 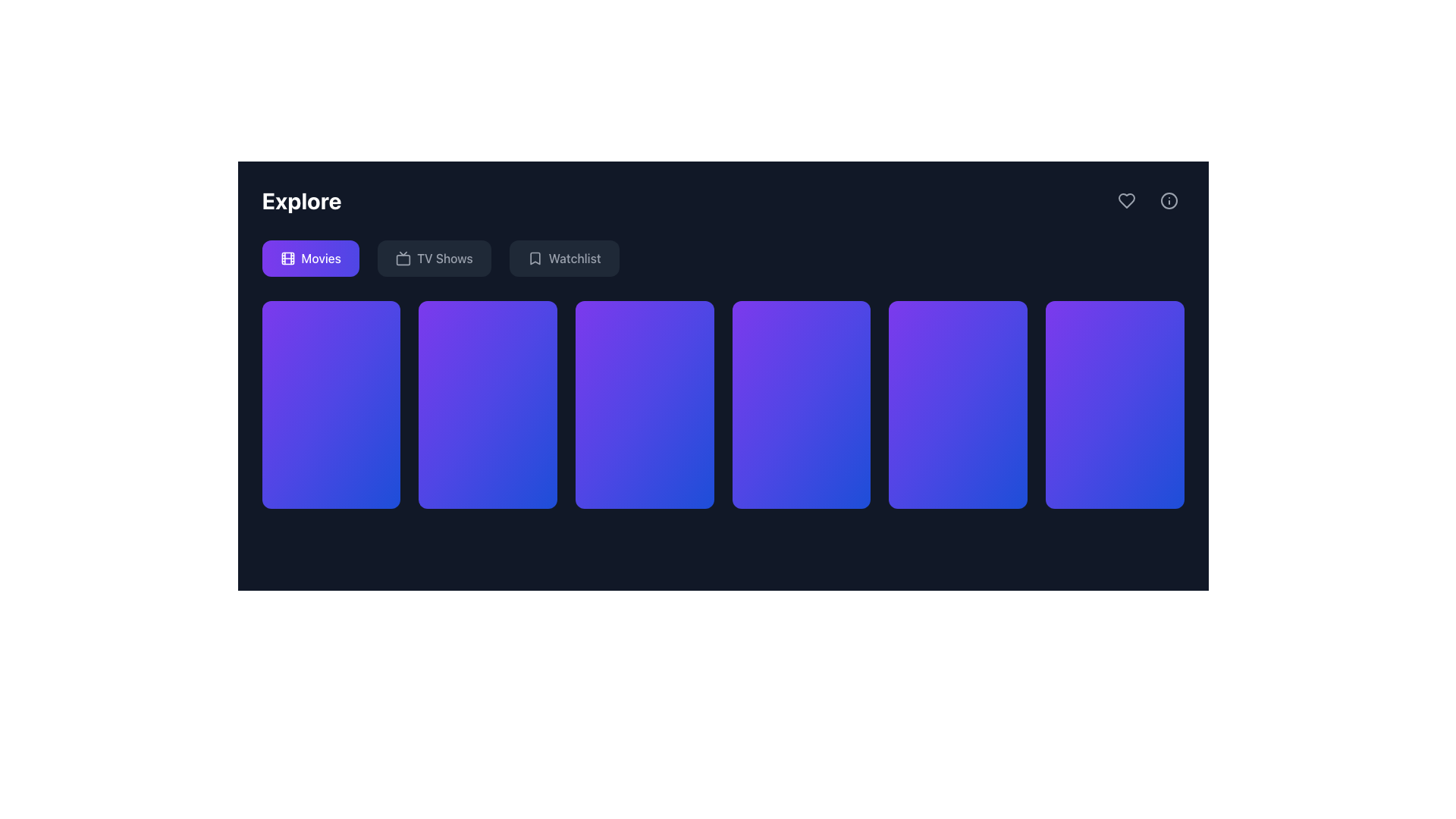 I want to click on the 'Movies' text label located within the rounded rectangular button on the far left of the action bar, which is positioned under the 'Explore' title in the horizontal navigation menu, so click(x=320, y=257).